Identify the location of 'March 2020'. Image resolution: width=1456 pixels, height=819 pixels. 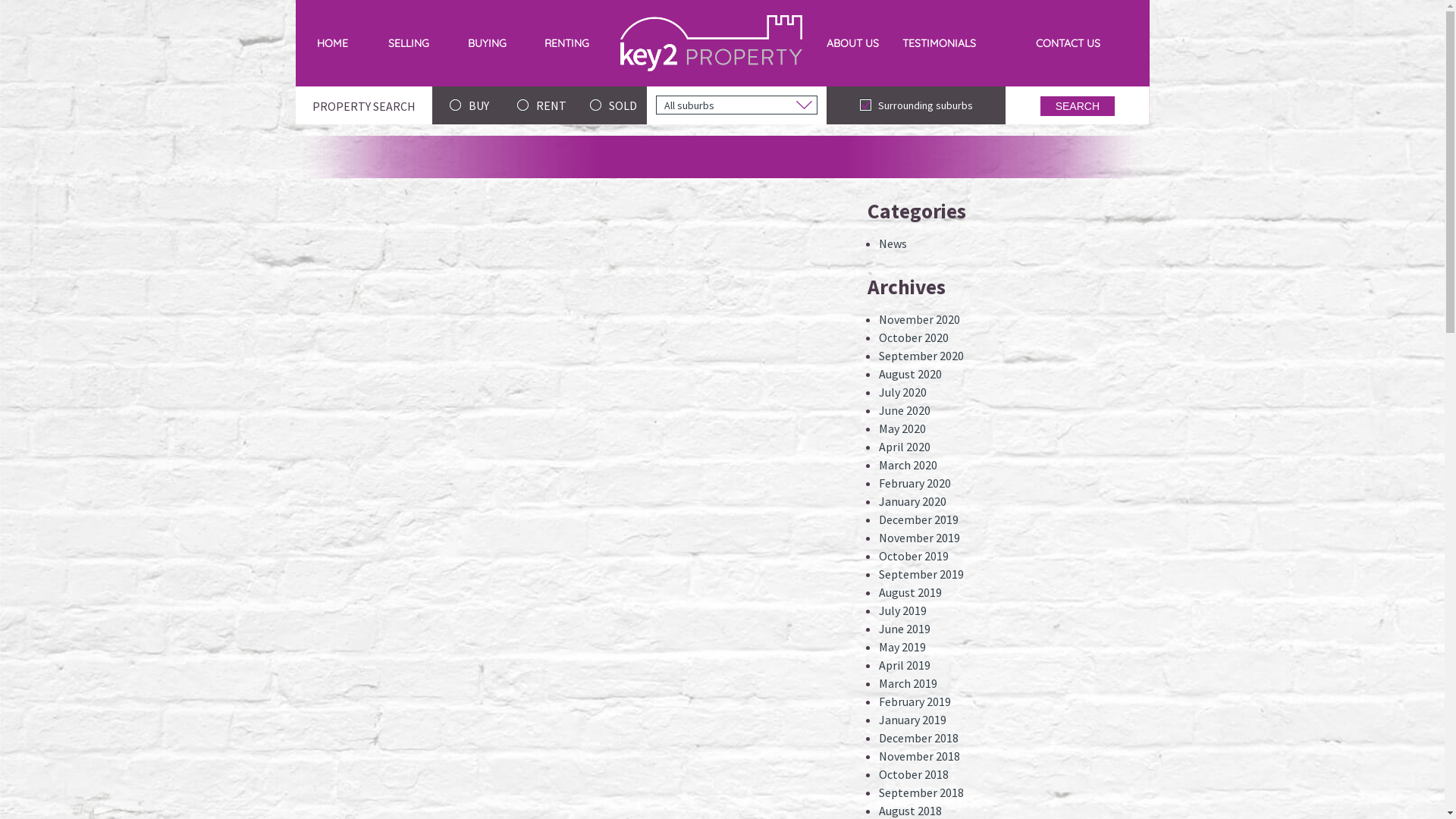
(908, 464).